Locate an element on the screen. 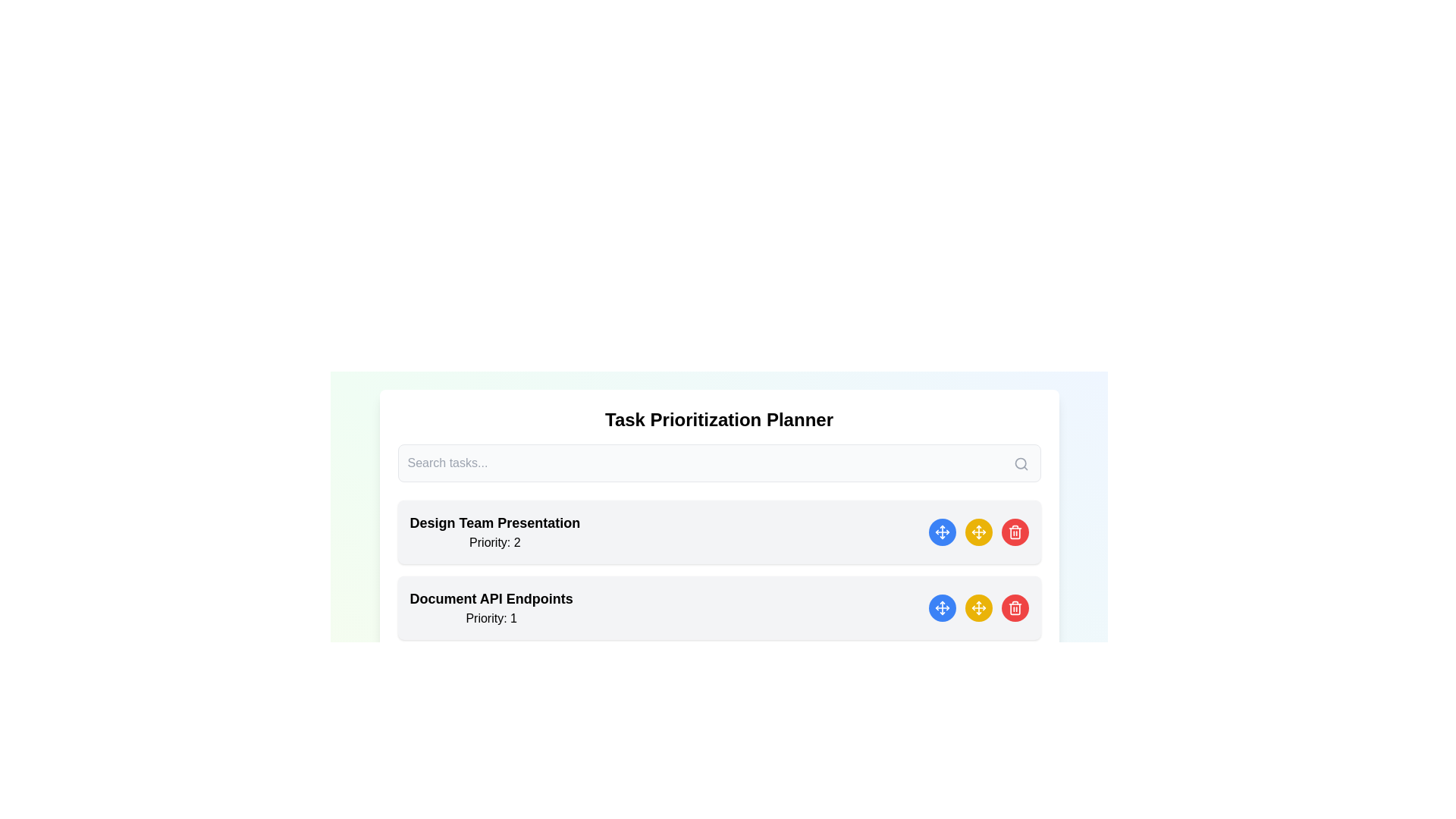  the repositioning button located in the lower row of the grid layout, positioned between a blue button on the left and a red button on the right is located at coordinates (978, 607).